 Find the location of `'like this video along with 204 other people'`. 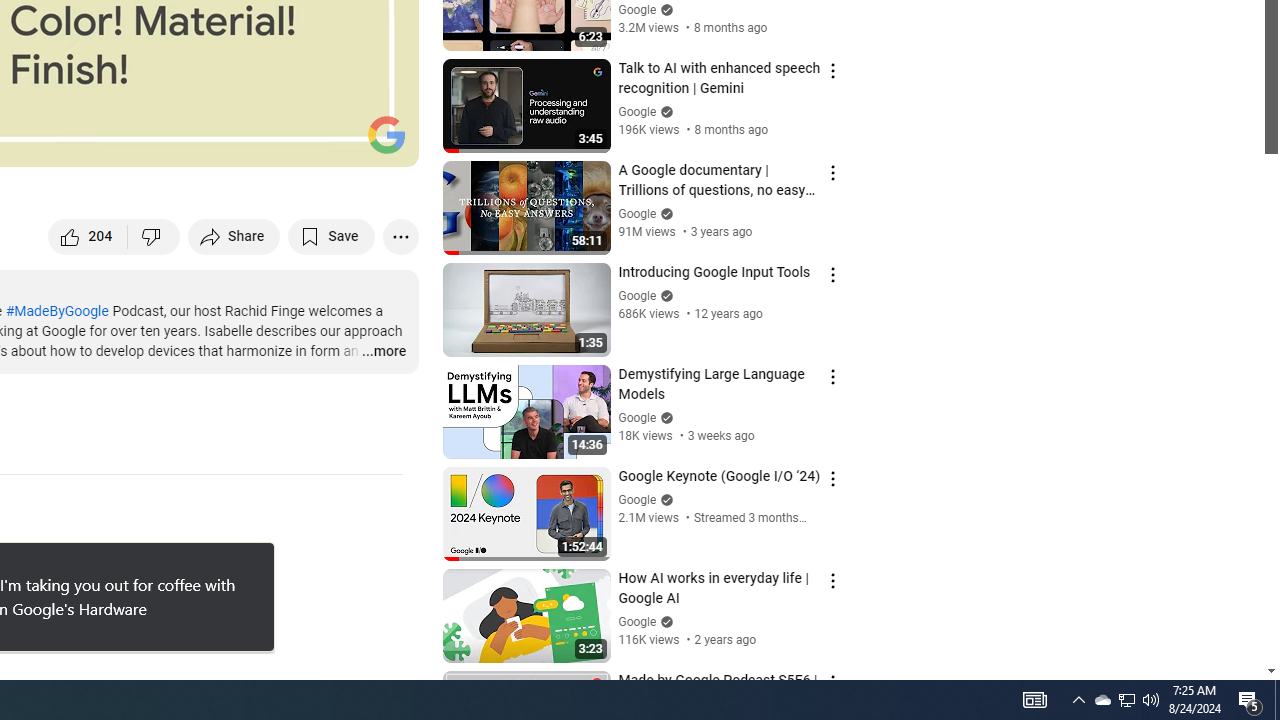

'like this video along with 204 other people' is located at coordinates (87, 235).